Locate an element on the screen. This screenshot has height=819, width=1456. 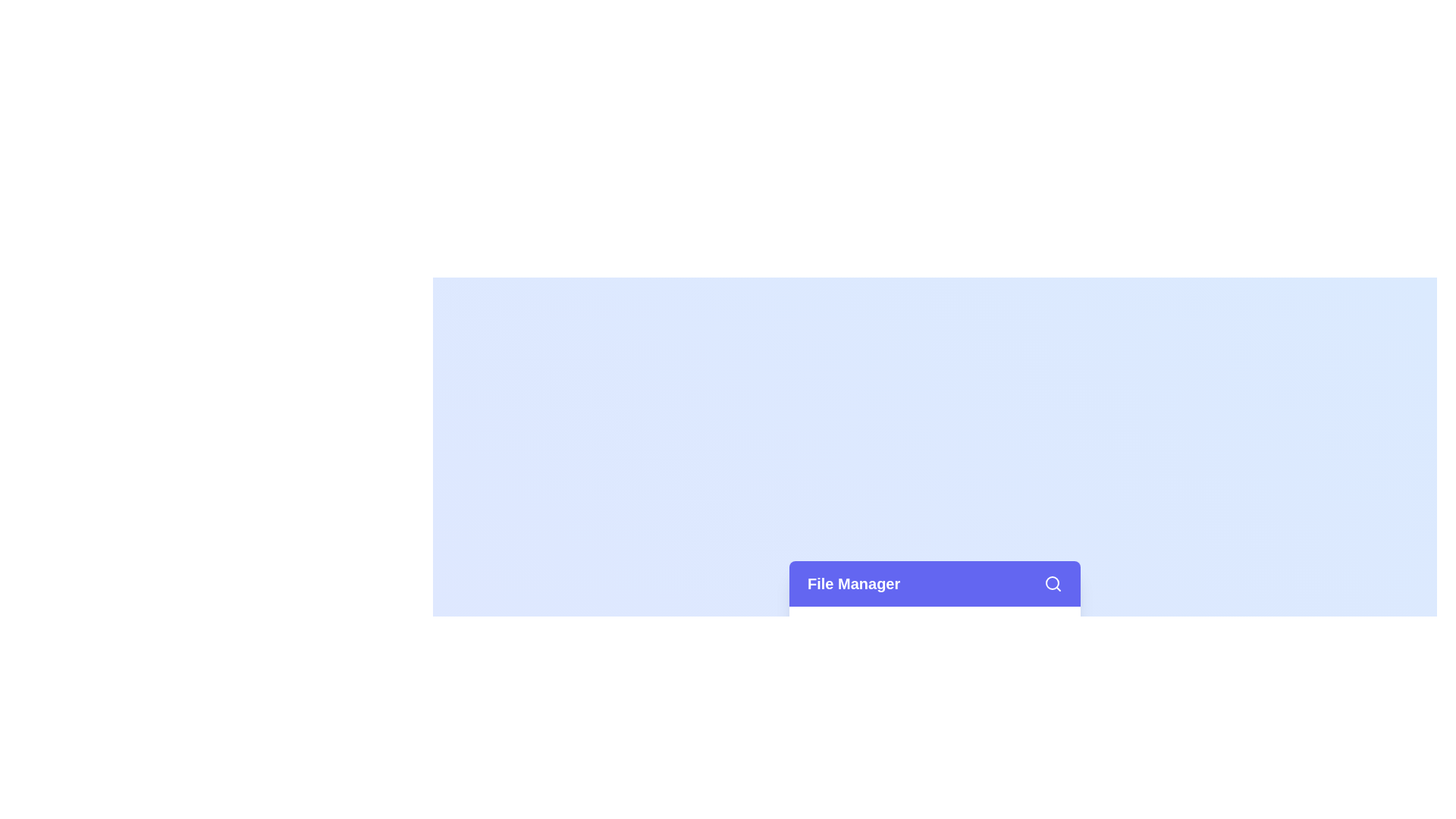
the search icon to initiate a search is located at coordinates (1052, 583).